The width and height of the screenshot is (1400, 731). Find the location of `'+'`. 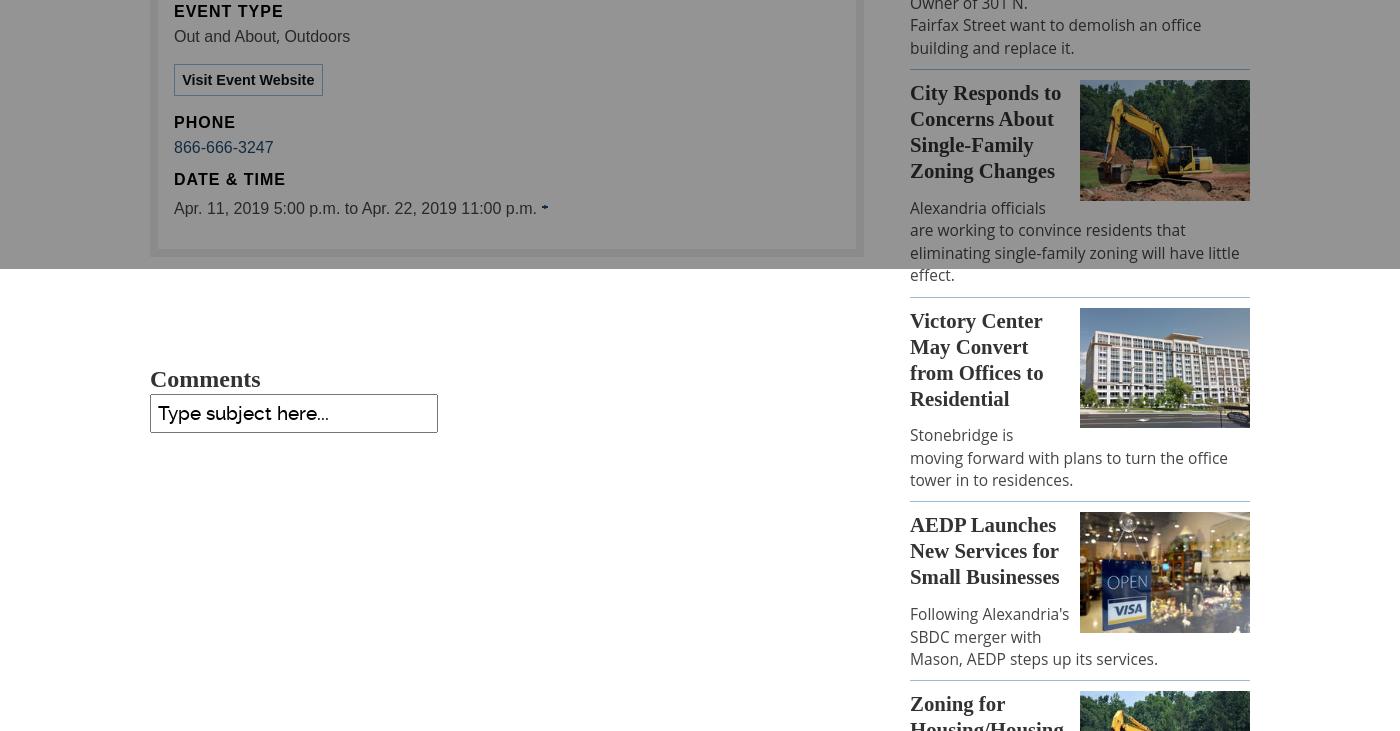

'+' is located at coordinates (540, 207).